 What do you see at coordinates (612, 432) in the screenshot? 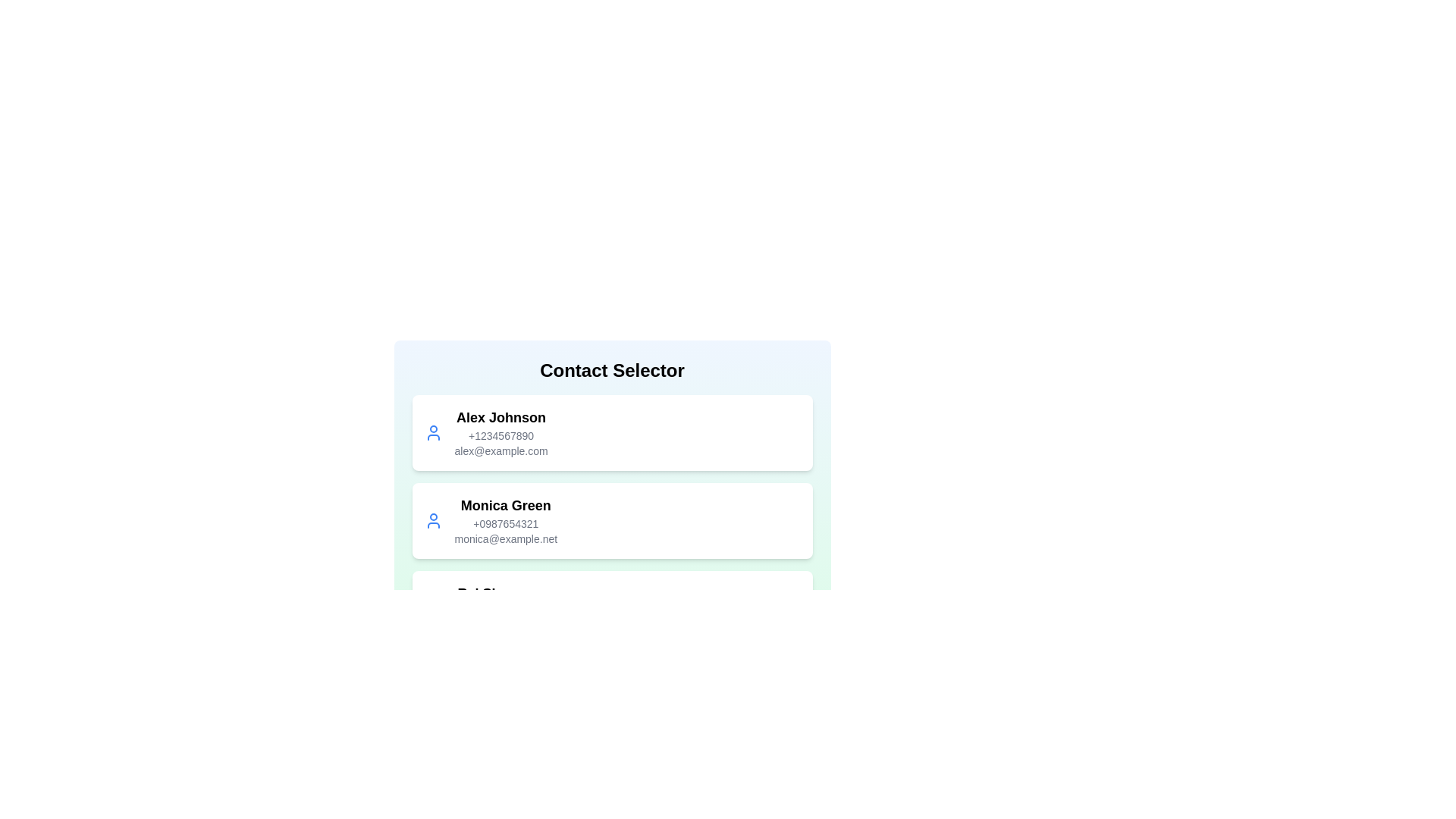
I see `the contact Alex Johnson from the list` at bounding box center [612, 432].